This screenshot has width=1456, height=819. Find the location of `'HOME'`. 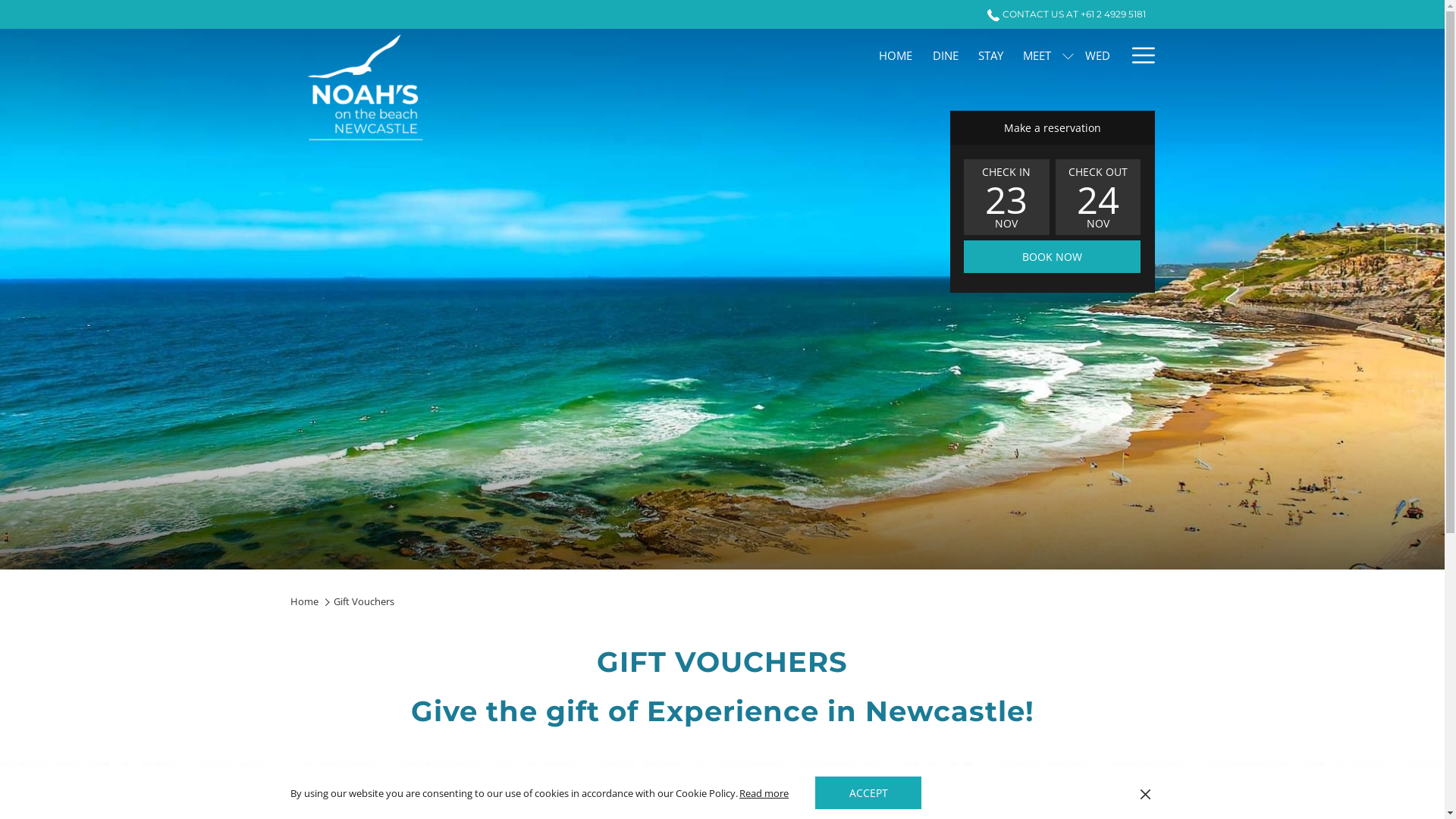

'HOME' is located at coordinates (895, 54).